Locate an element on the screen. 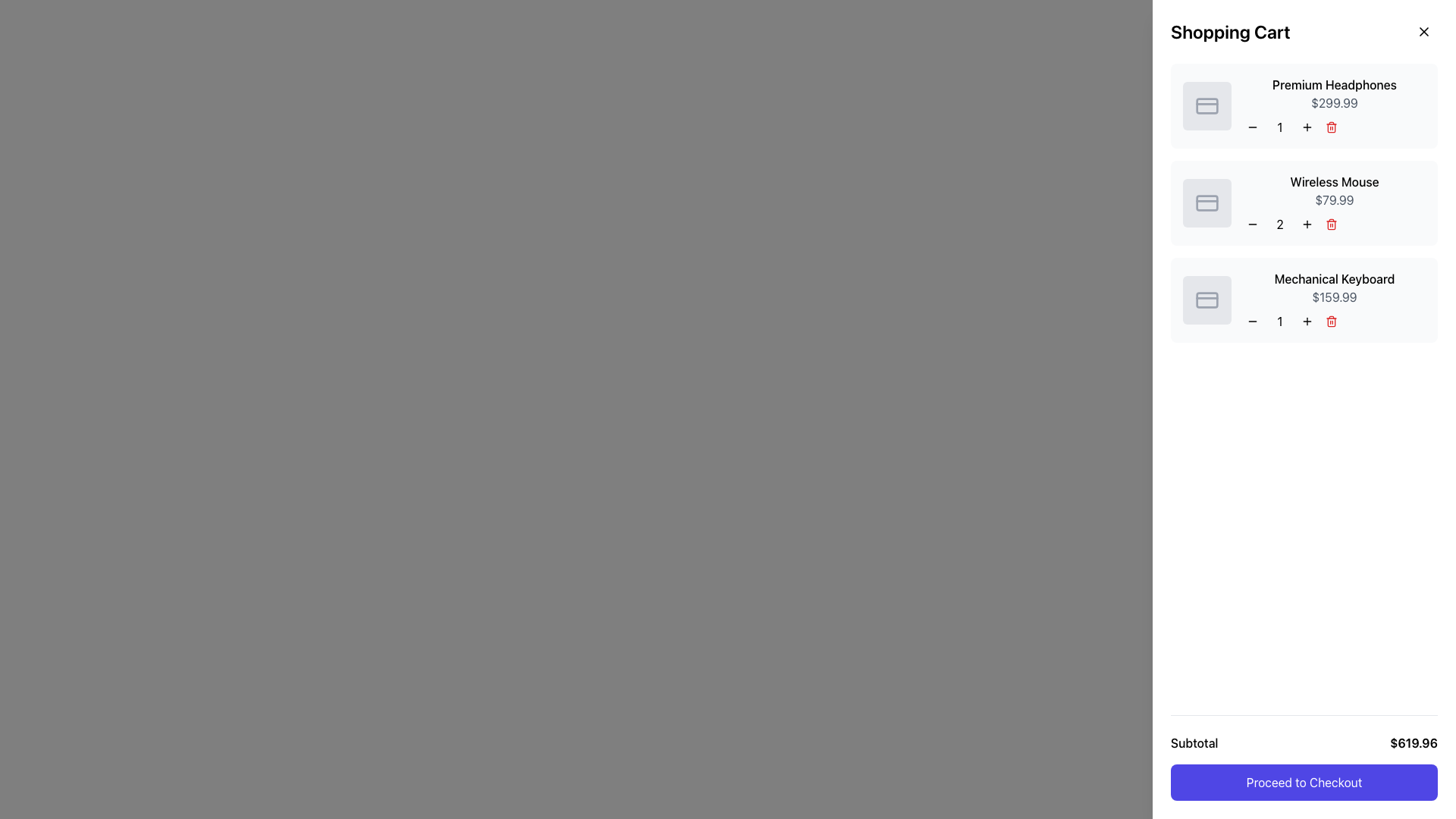  the red outlined trashcan icon button associated with the 'Premium Headphones' item is located at coordinates (1335, 127).